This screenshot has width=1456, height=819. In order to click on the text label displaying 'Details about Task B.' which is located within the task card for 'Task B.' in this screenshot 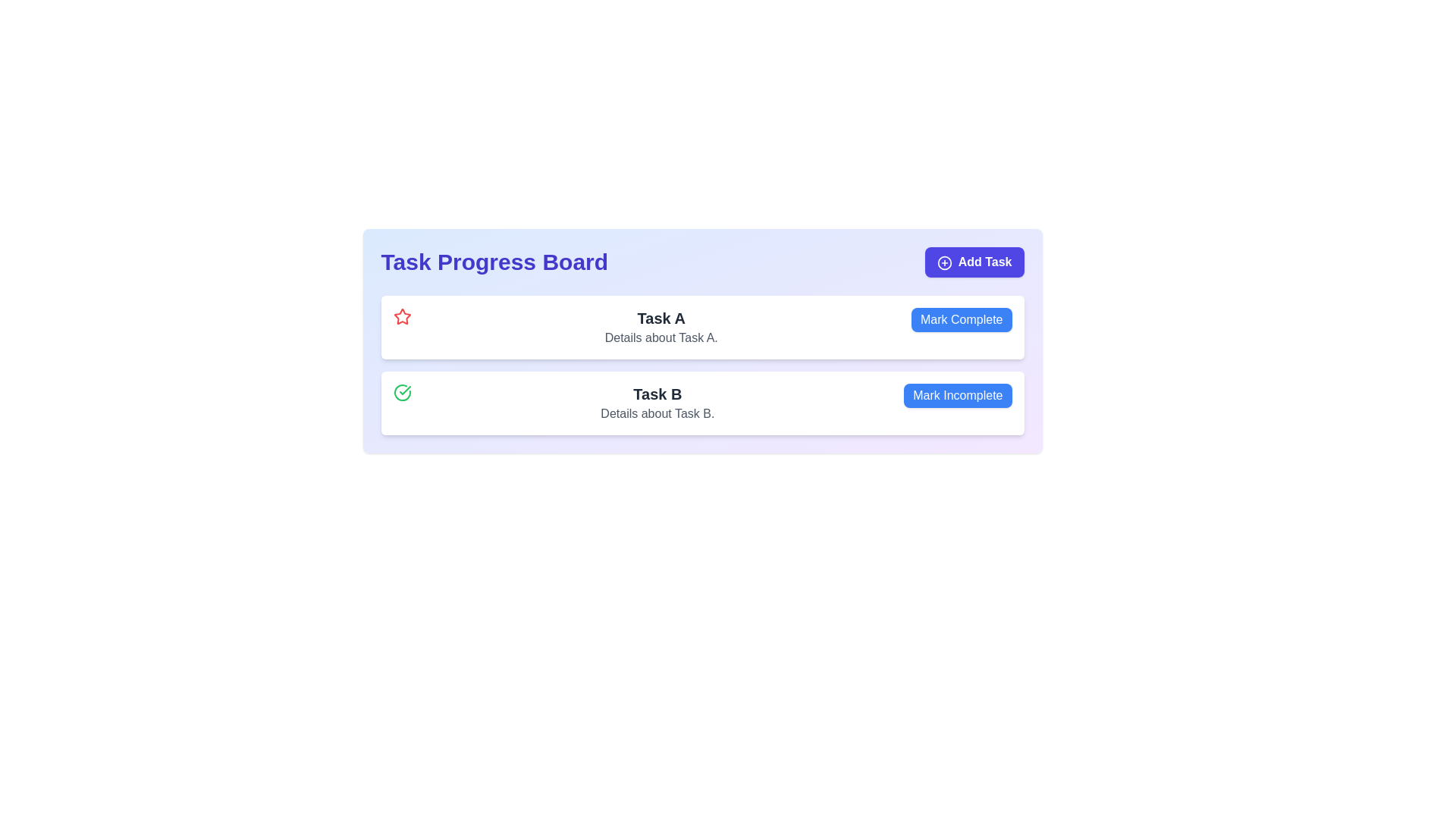, I will do `click(657, 414)`.